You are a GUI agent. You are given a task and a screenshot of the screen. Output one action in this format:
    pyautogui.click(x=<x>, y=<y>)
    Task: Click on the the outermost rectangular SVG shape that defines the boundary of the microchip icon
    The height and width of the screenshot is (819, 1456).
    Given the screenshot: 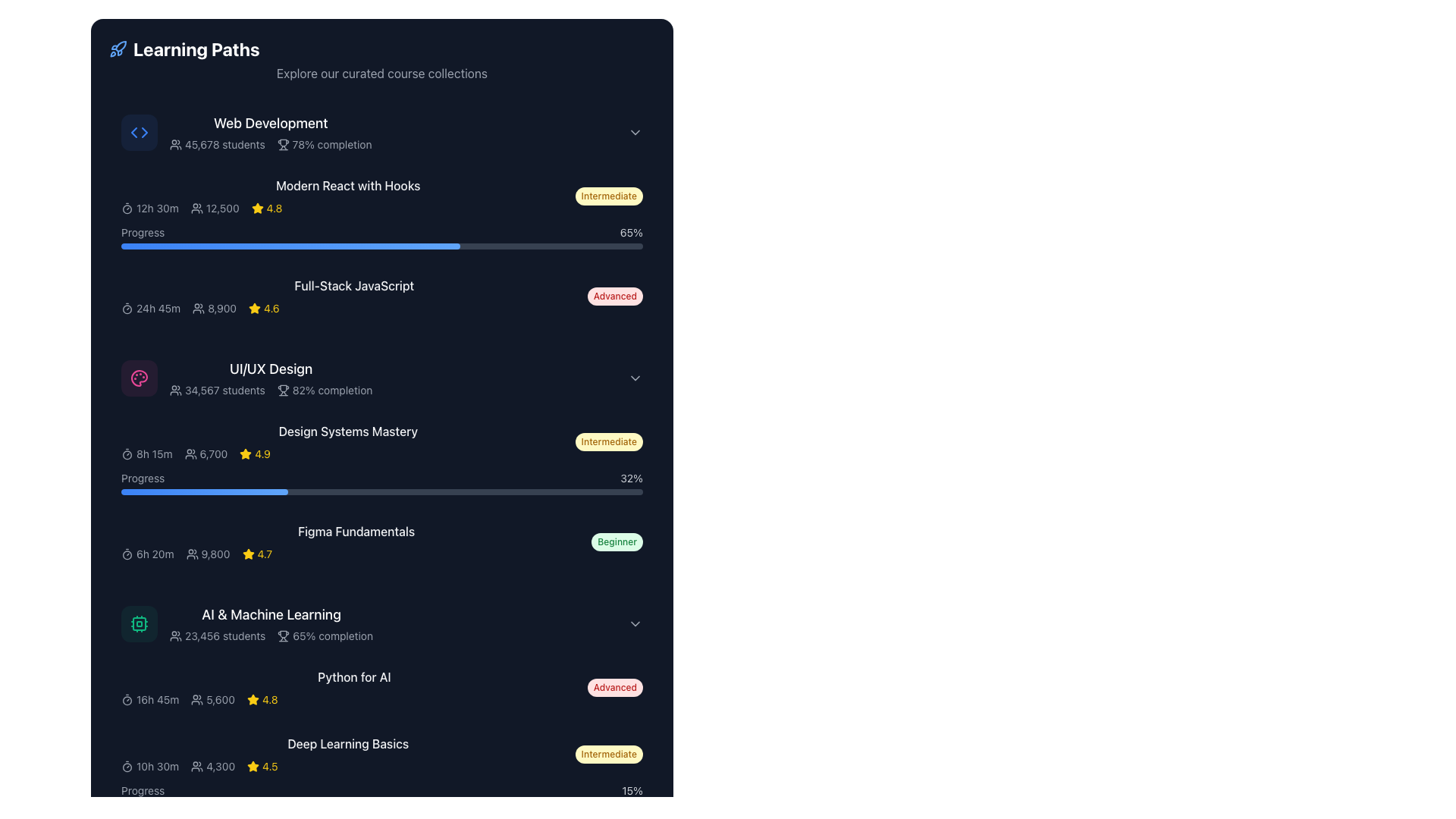 What is the action you would take?
    pyautogui.click(x=139, y=623)
    